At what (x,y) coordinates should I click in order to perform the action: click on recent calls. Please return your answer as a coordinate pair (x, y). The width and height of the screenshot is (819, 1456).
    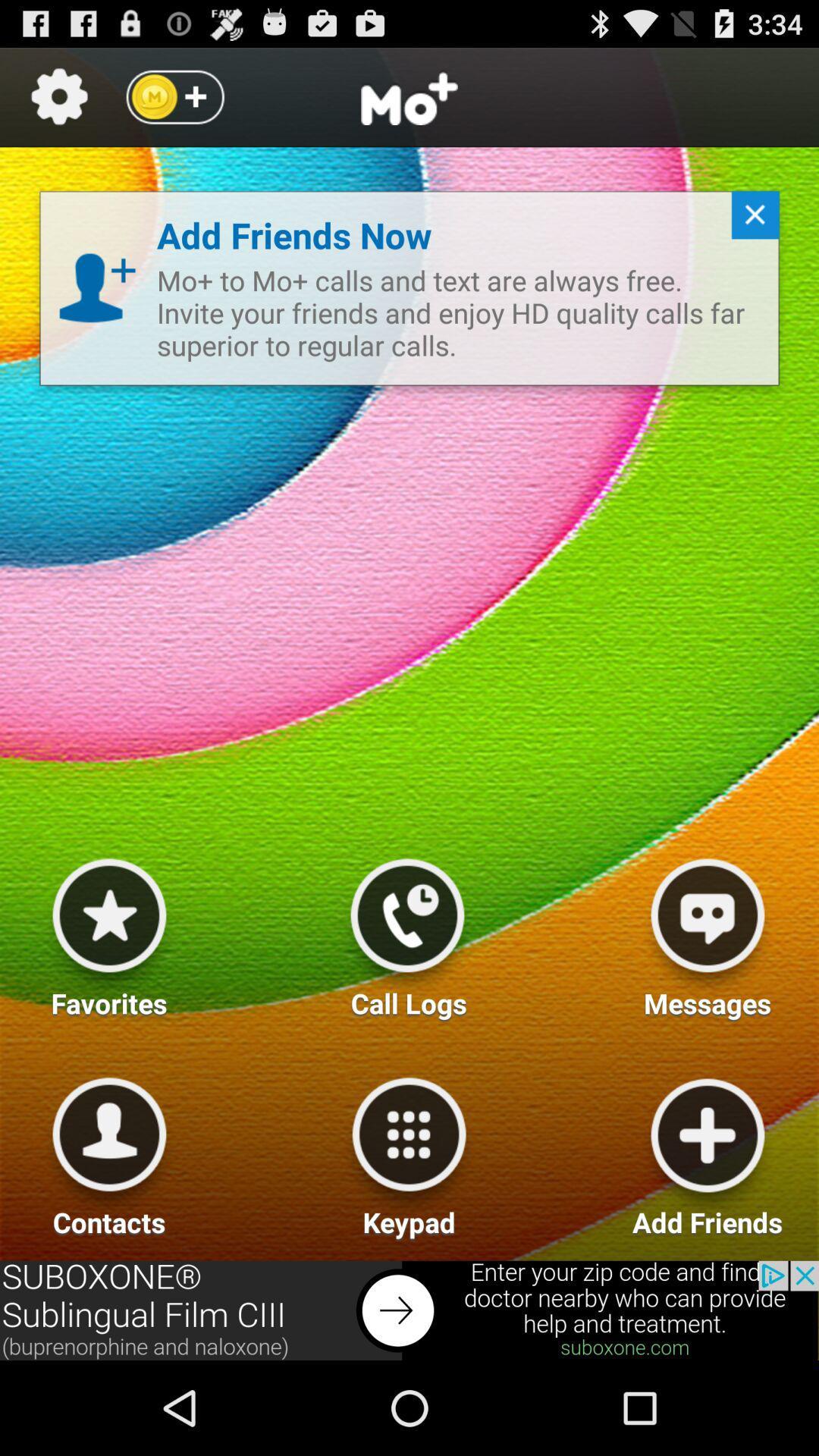
    Looking at the image, I should click on (406, 931).